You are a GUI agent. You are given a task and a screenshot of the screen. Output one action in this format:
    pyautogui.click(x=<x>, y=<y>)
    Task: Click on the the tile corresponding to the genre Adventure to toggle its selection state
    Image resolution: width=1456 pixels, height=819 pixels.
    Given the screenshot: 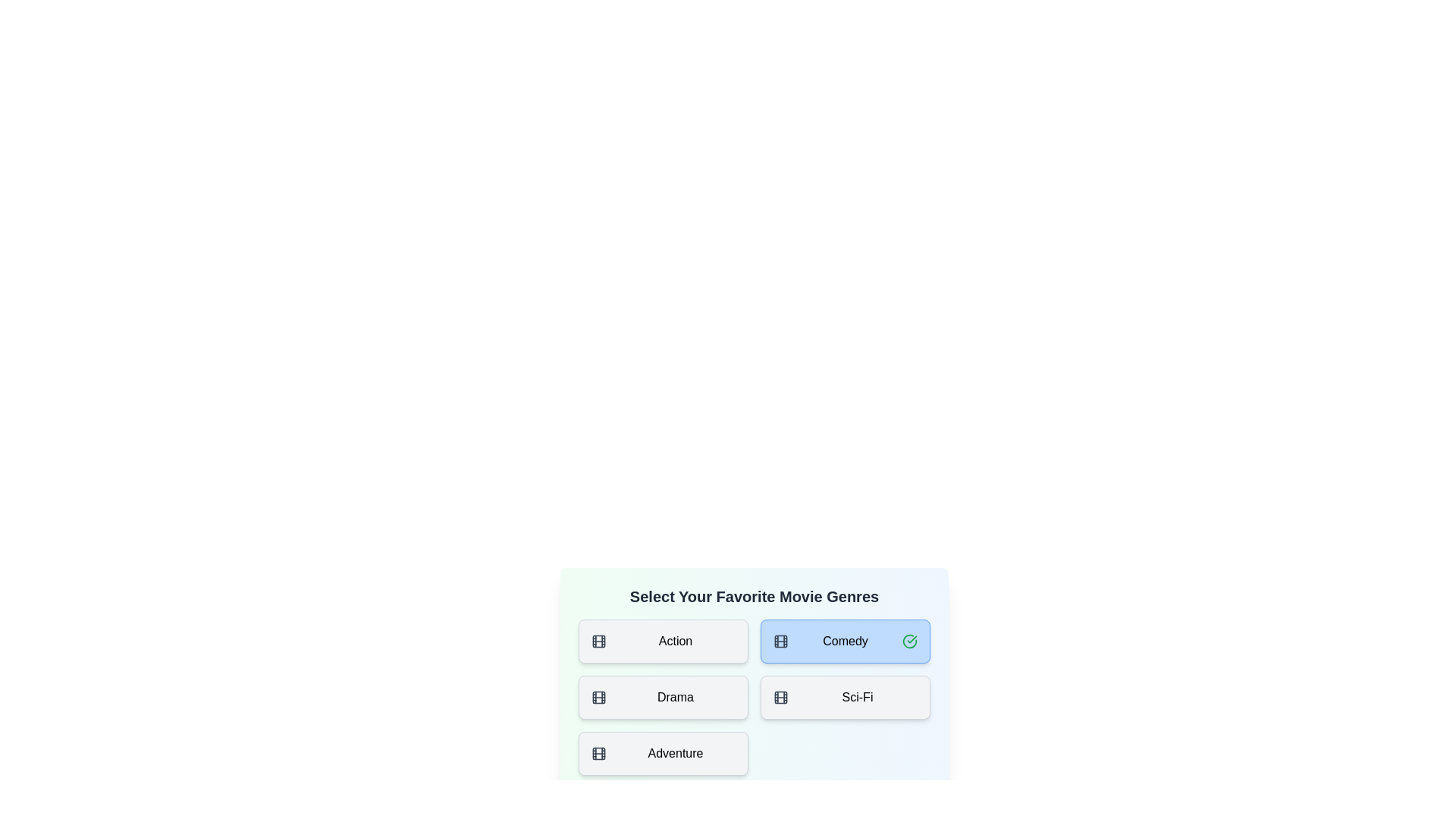 What is the action you would take?
    pyautogui.click(x=663, y=754)
    